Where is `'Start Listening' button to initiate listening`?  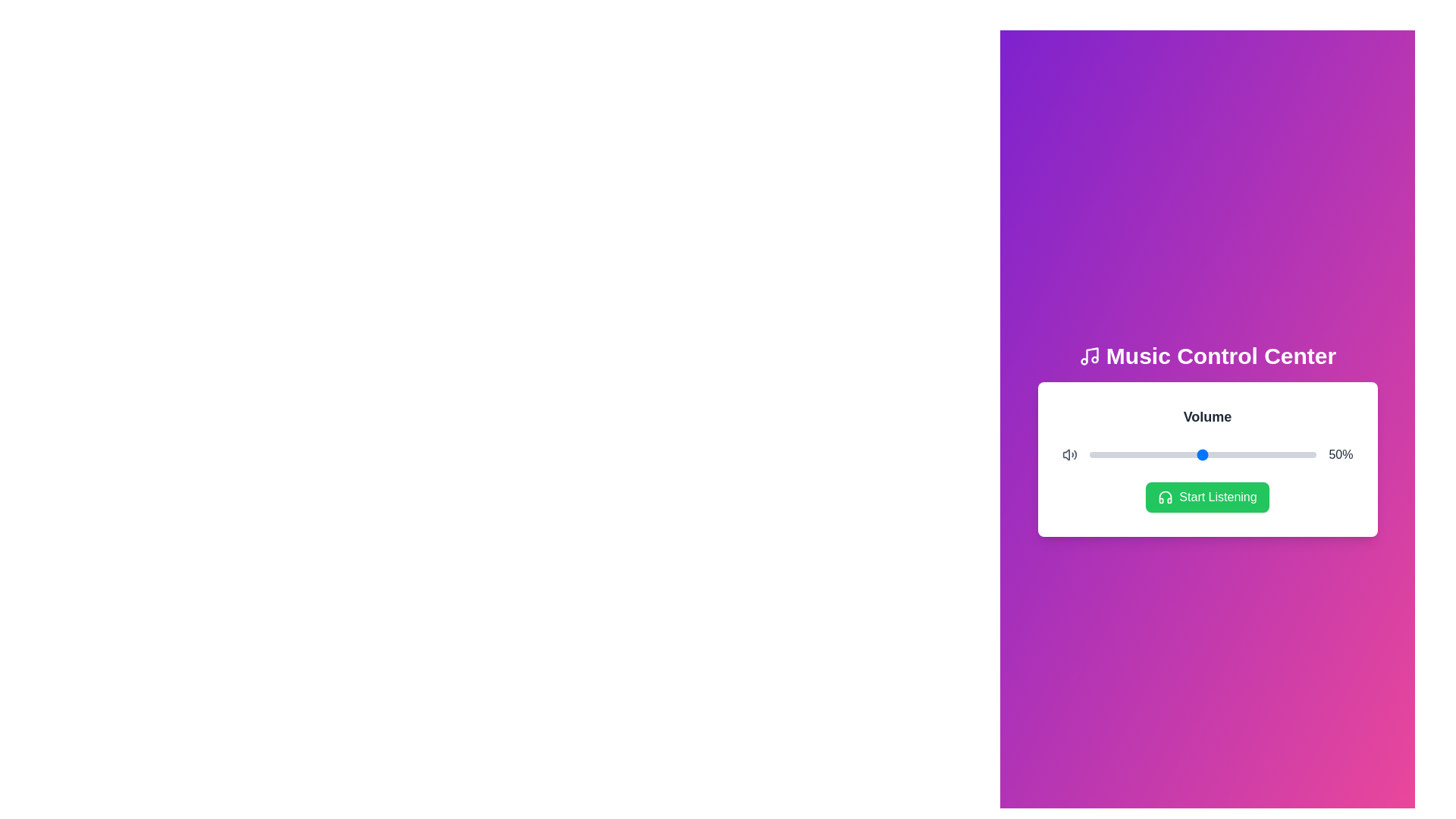
'Start Listening' button to initiate listening is located at coordinates (1207, 497).